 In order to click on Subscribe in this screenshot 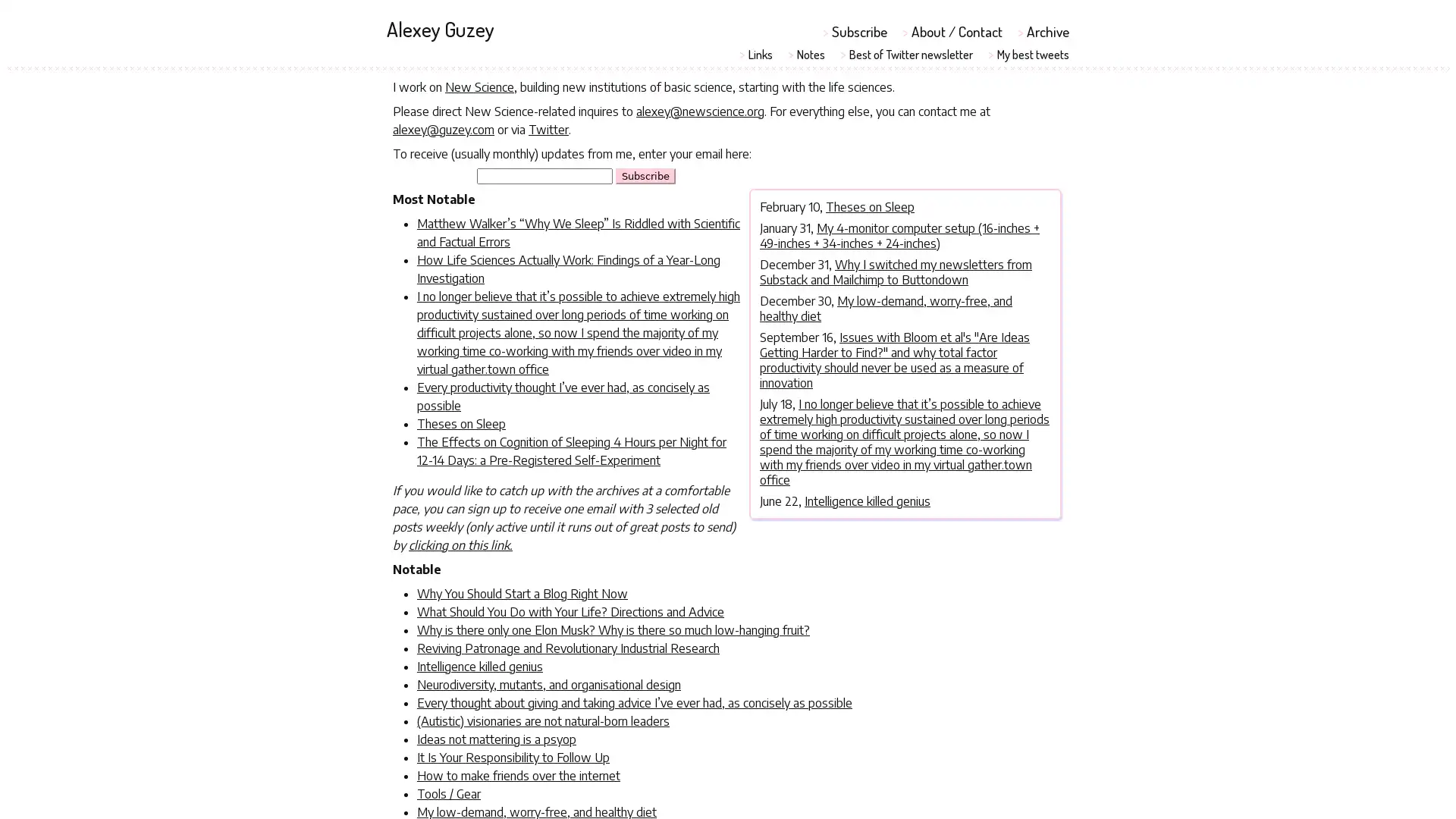, I will do `click(645, 174)`.